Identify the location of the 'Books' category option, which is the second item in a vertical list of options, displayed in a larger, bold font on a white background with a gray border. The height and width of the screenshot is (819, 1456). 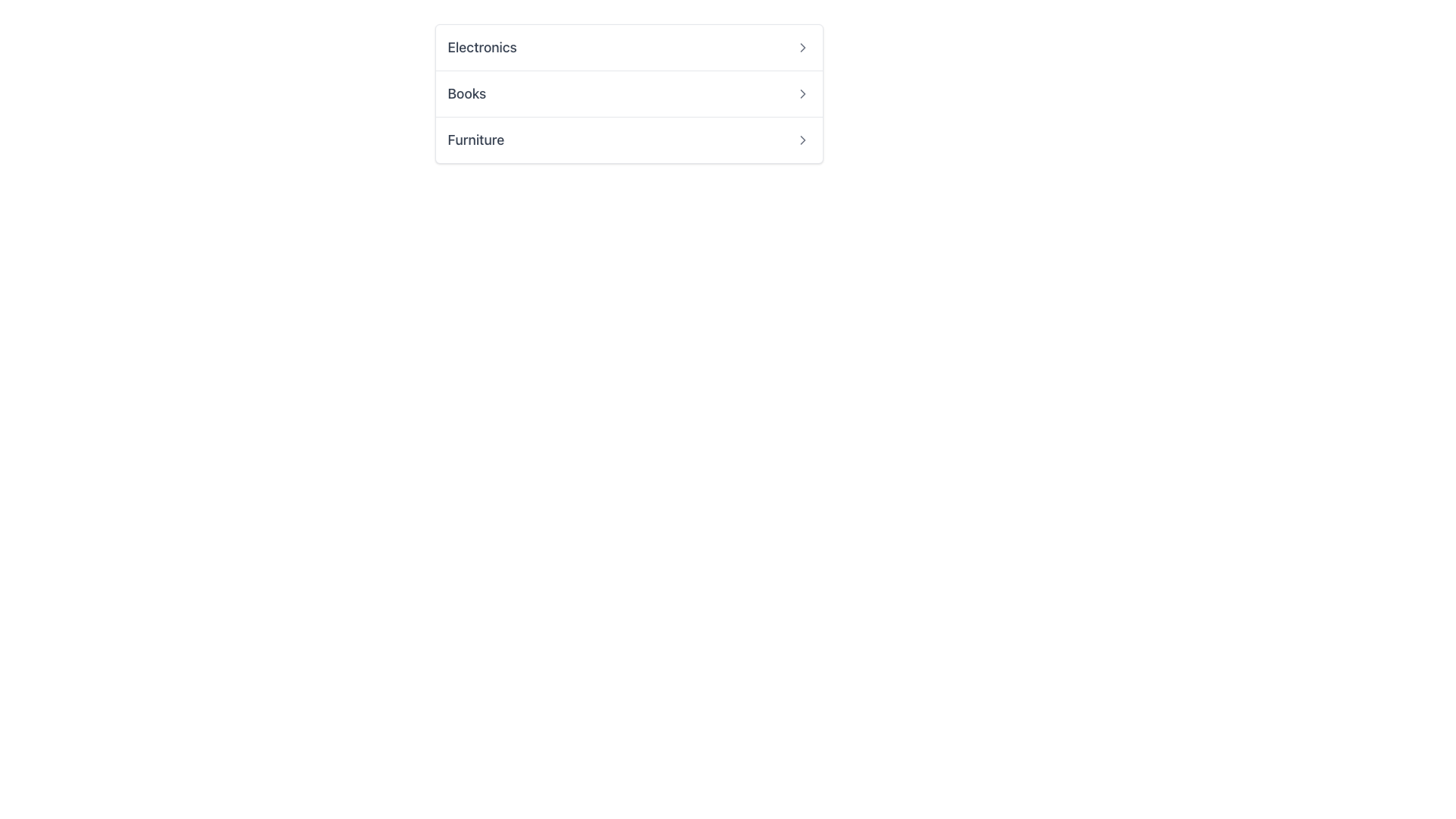
(629, 93).